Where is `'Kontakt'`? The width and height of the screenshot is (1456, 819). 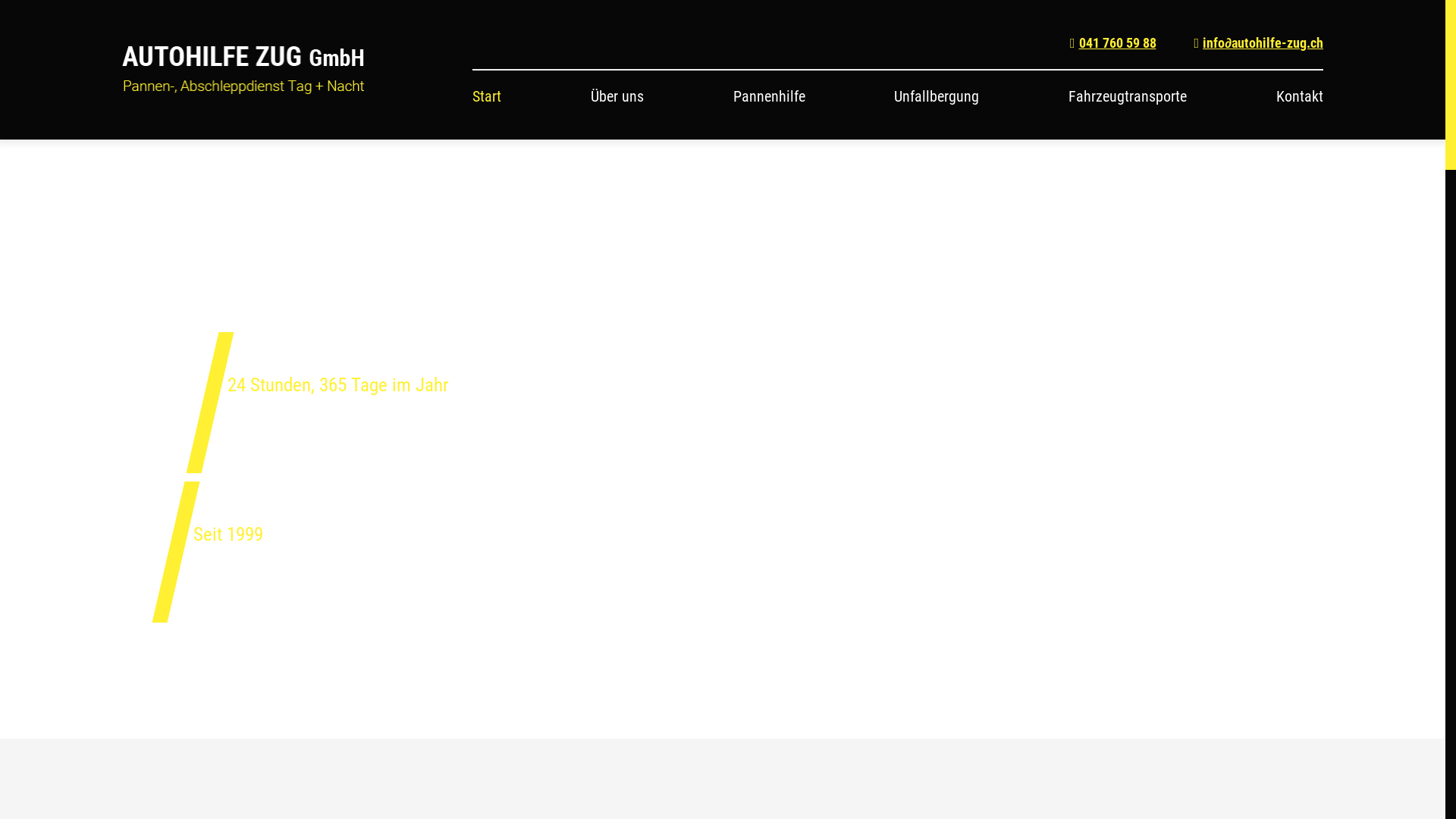
'Kontakt' is located at coordinates (1298, 96).